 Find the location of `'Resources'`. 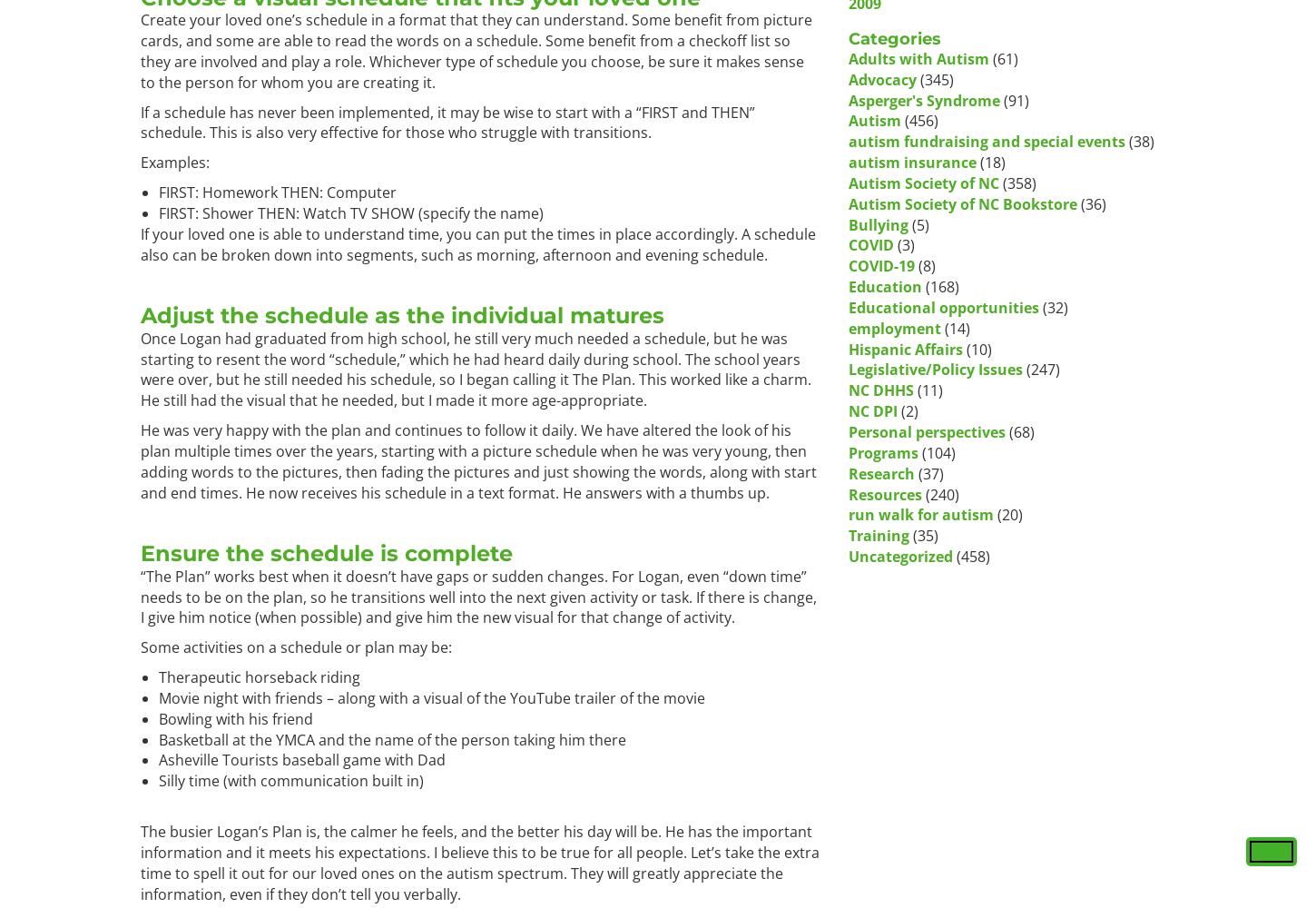

'Resources' is located at coordinates (847, 494).